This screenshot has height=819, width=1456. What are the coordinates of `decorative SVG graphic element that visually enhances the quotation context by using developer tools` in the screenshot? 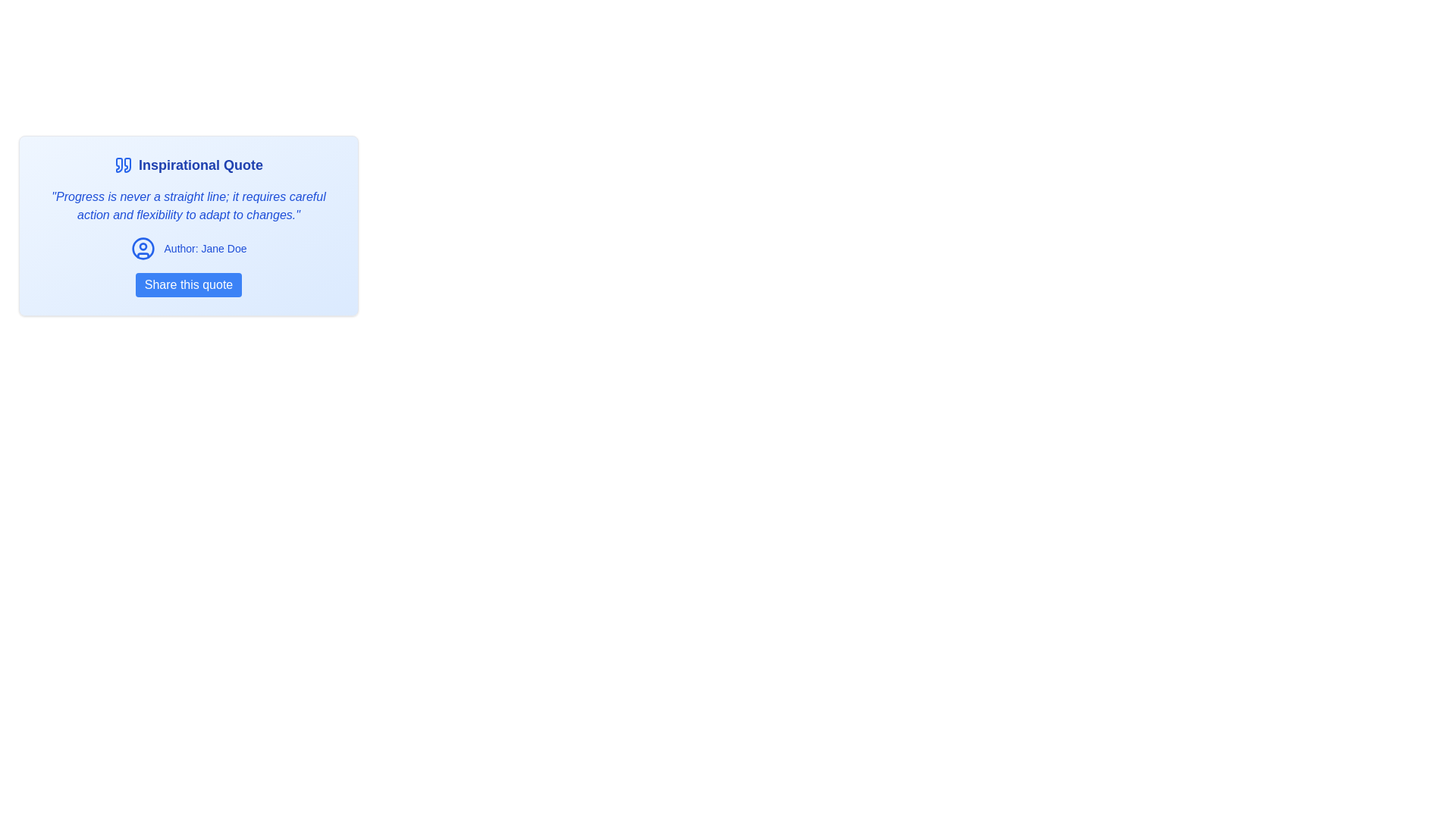 It's located at (118, 165).